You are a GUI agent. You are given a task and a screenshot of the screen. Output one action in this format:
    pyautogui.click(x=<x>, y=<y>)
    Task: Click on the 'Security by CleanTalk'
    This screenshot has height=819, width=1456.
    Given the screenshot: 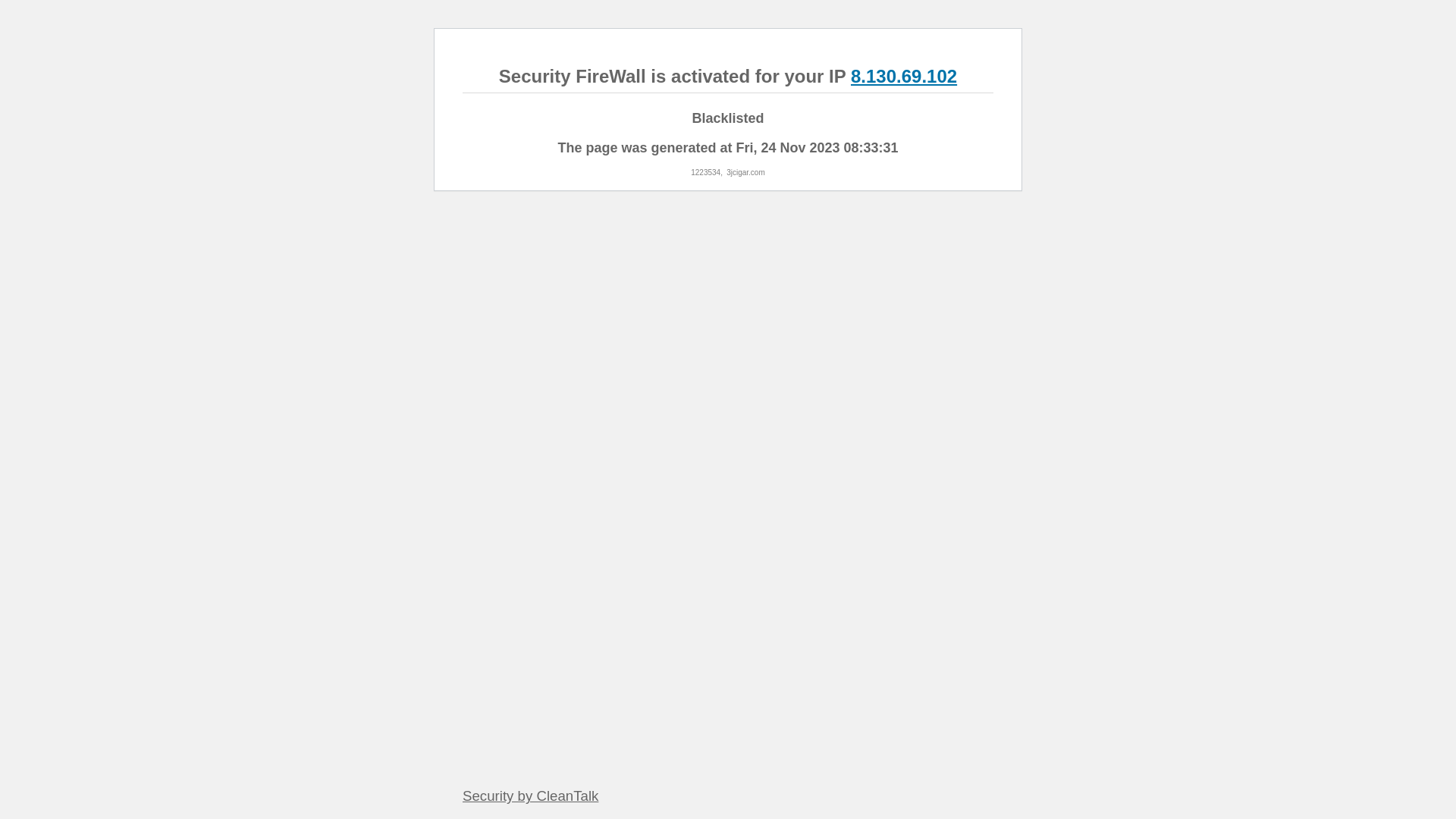 What is the action you would take?
    pyautogui.click(x=530, y=795)
    